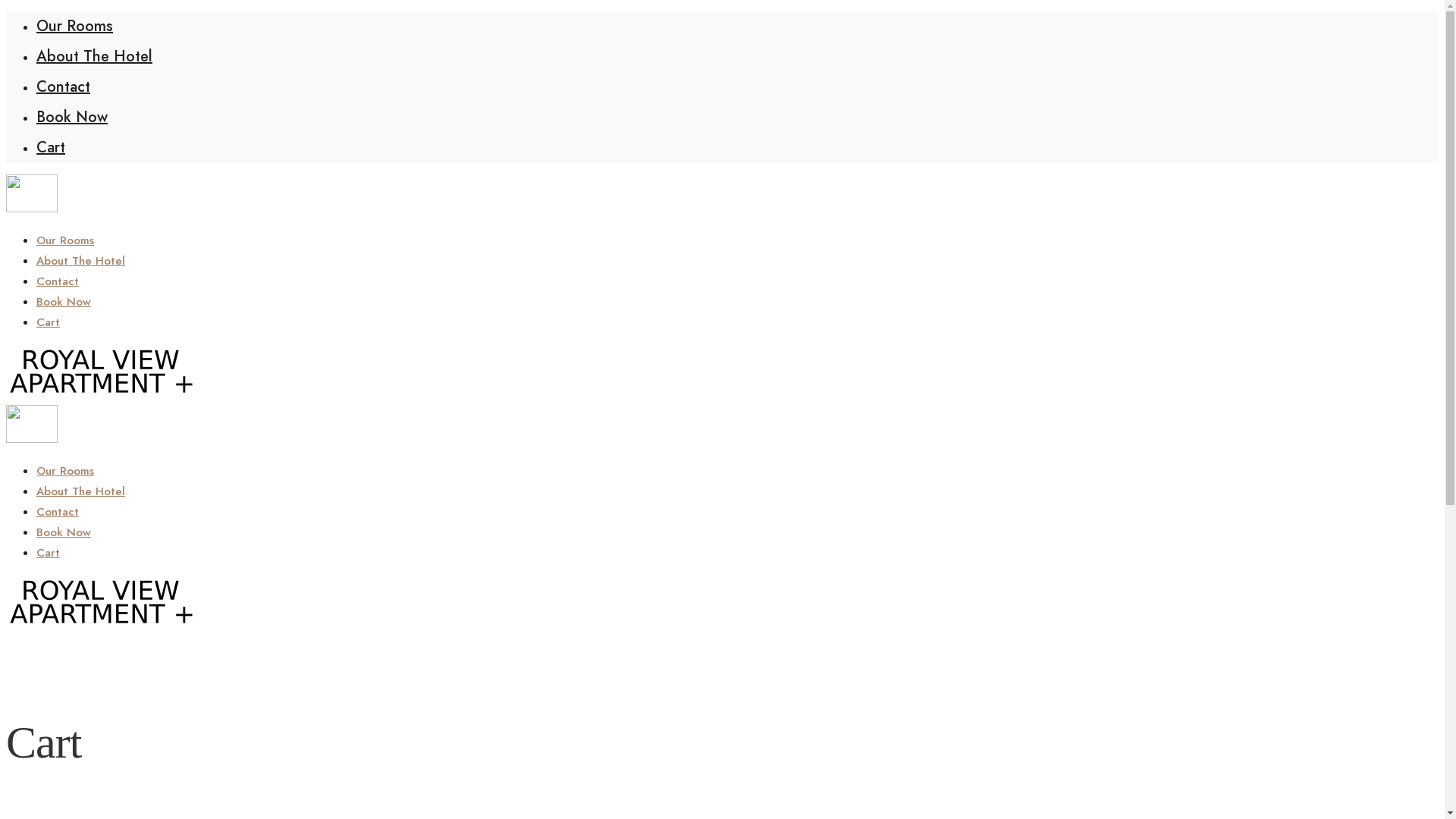 This screenshot has width=1456, height=819. Describe the element at coordinates (48, 553) in the screenshot. I see `'Cart'` at that location.